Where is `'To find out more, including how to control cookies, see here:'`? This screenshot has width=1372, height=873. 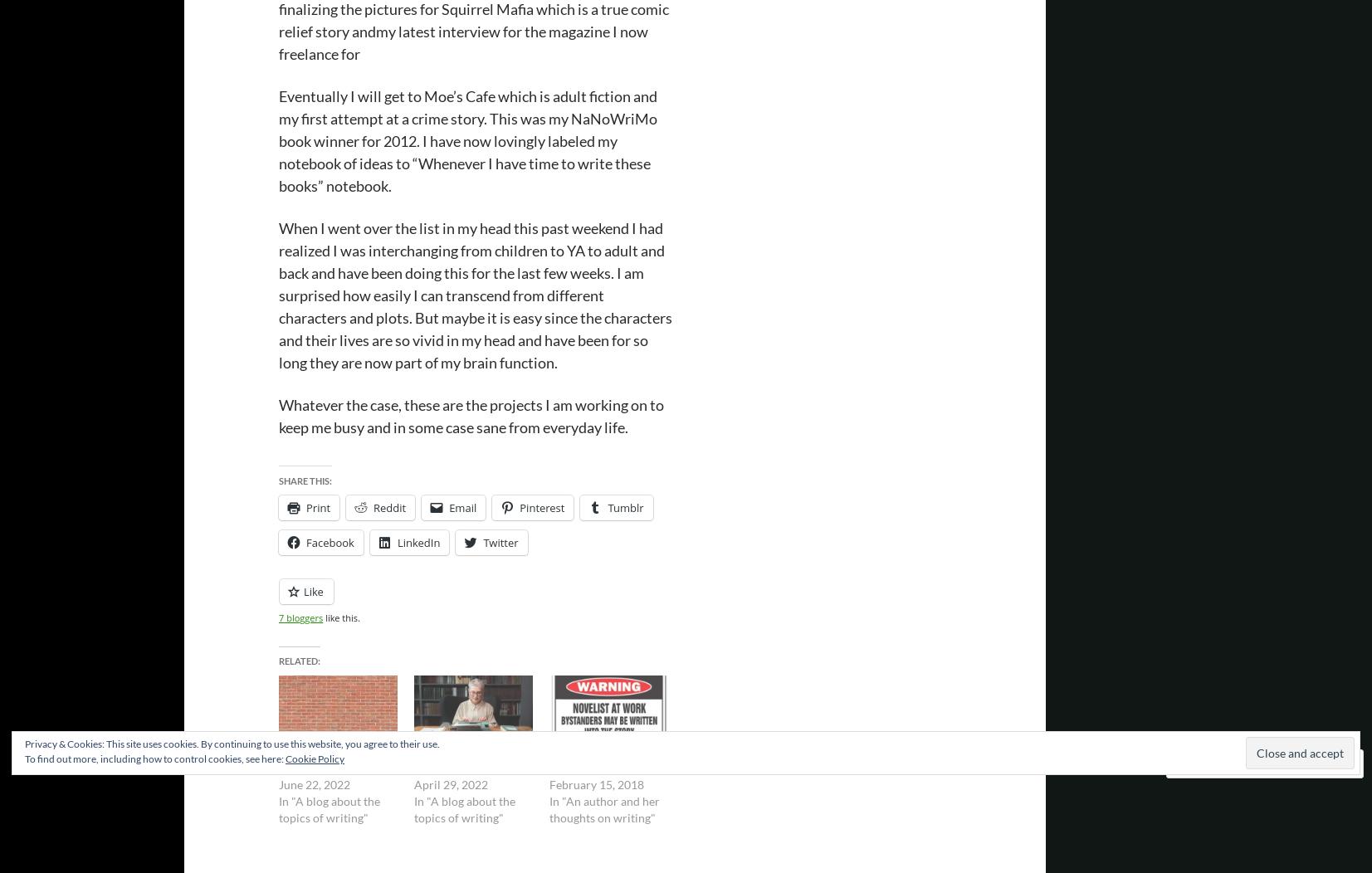
'To find out more, including how to control cookies, see here:' is located at coordinates (154, 758).